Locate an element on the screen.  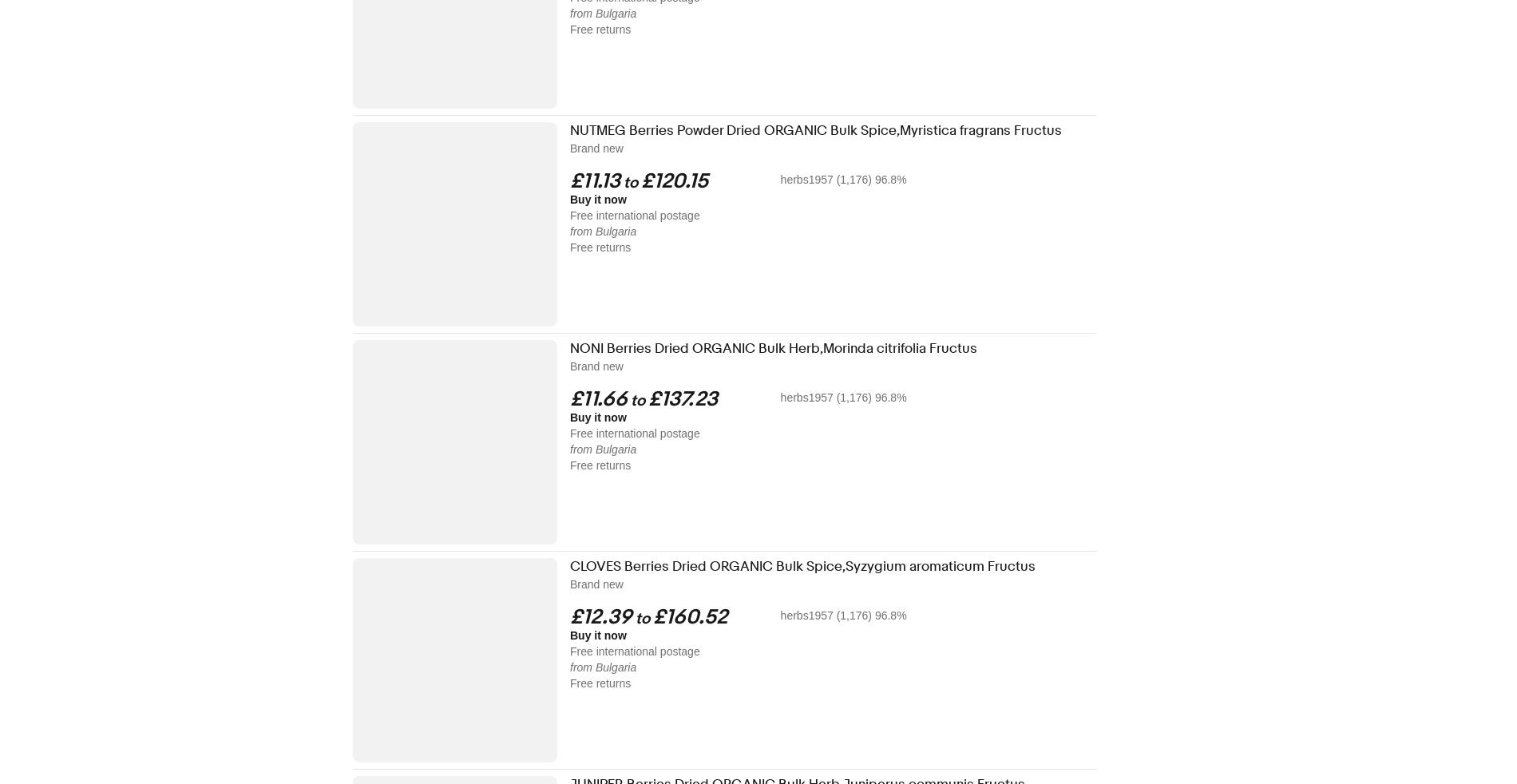
'£12.39' is located at coordinates (600, 617).